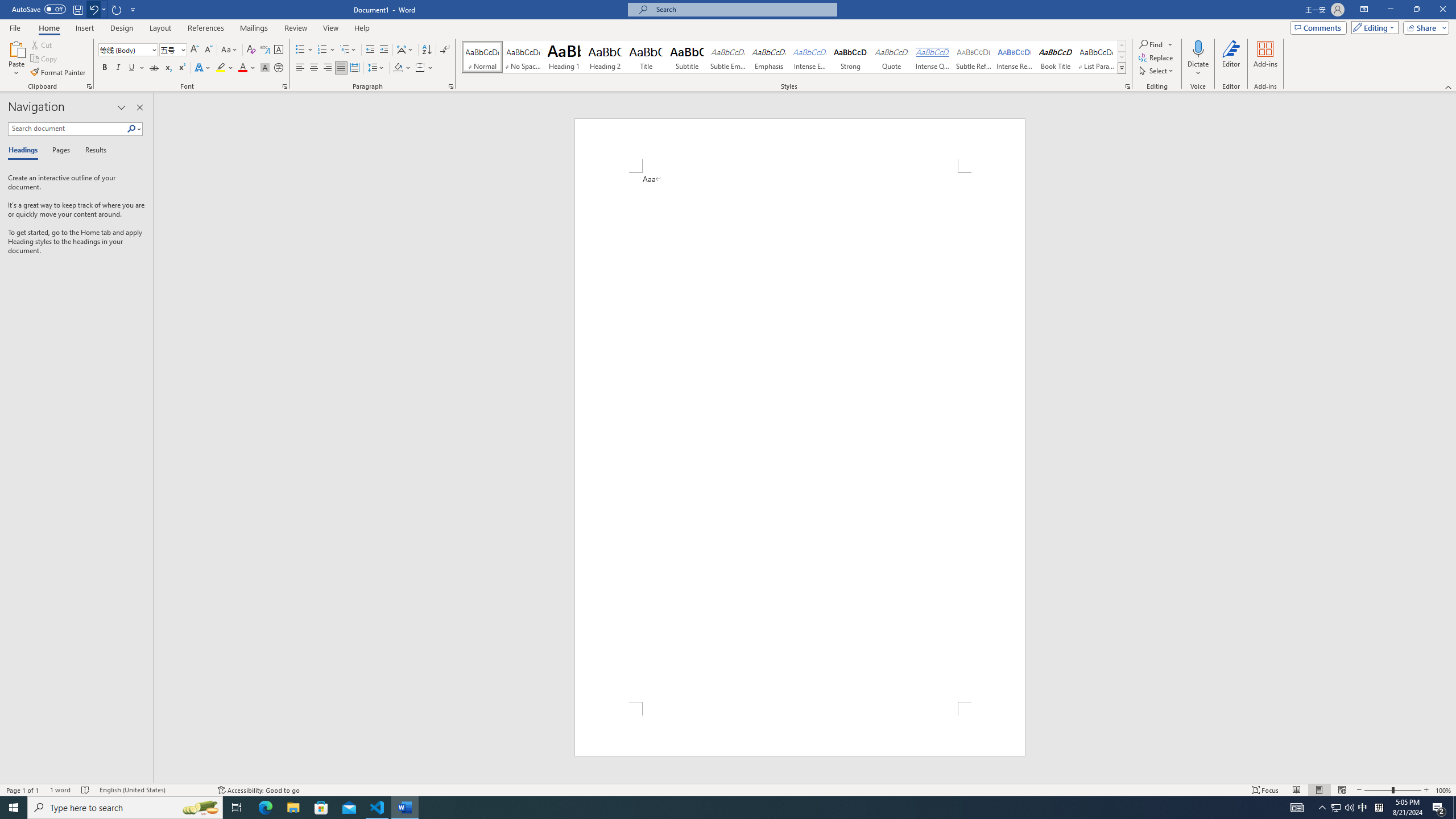  Describe the element at coordinates (117, 9) in the screenshot. I see `'Repeat Typing'` at that location.